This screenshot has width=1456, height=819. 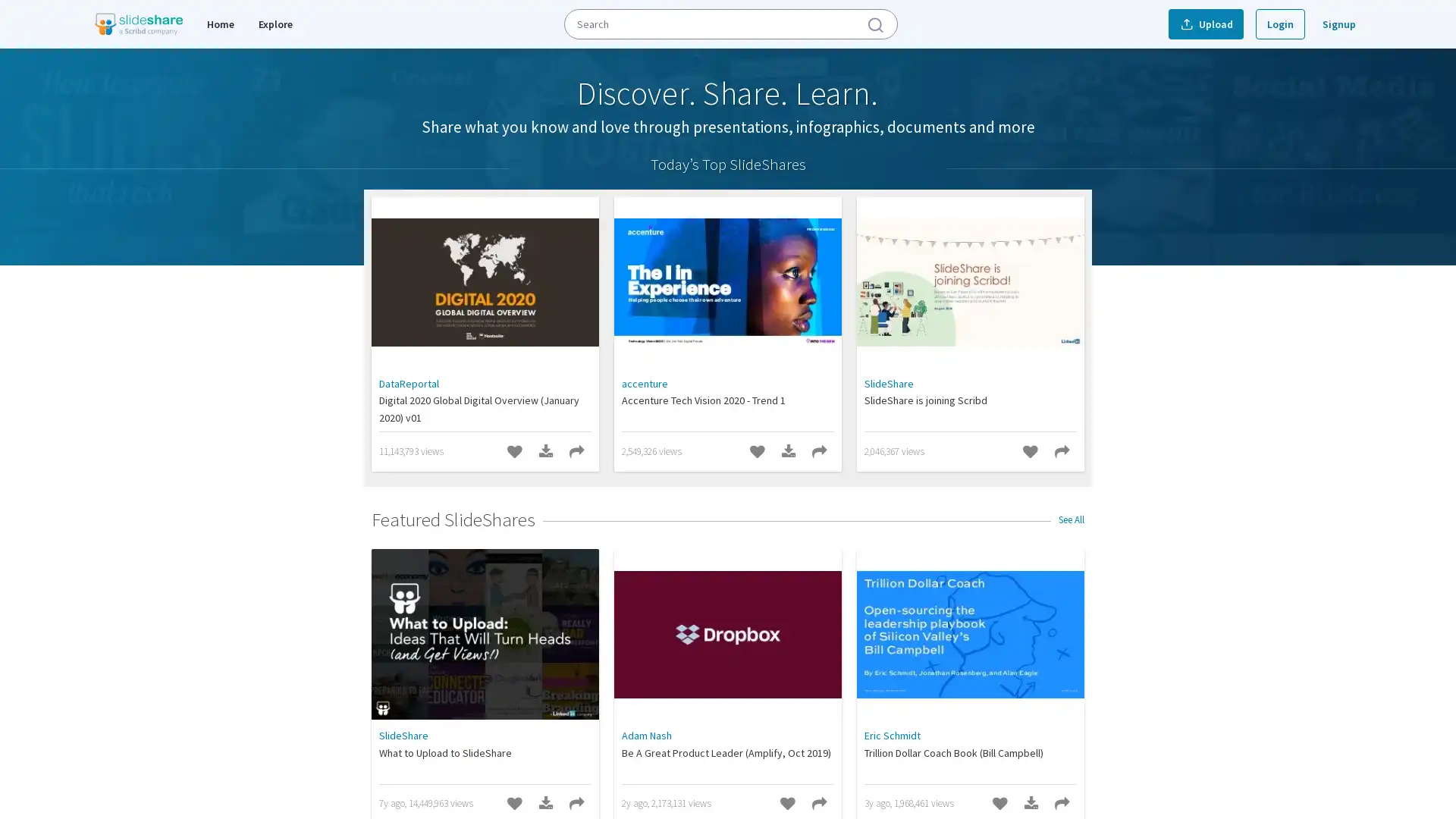 What do you see at coordinates (1061, 450) in the screenshot?
I see `Share SlideShare is joining Scribd SlideShare.` at bounding box center [1061, 450].